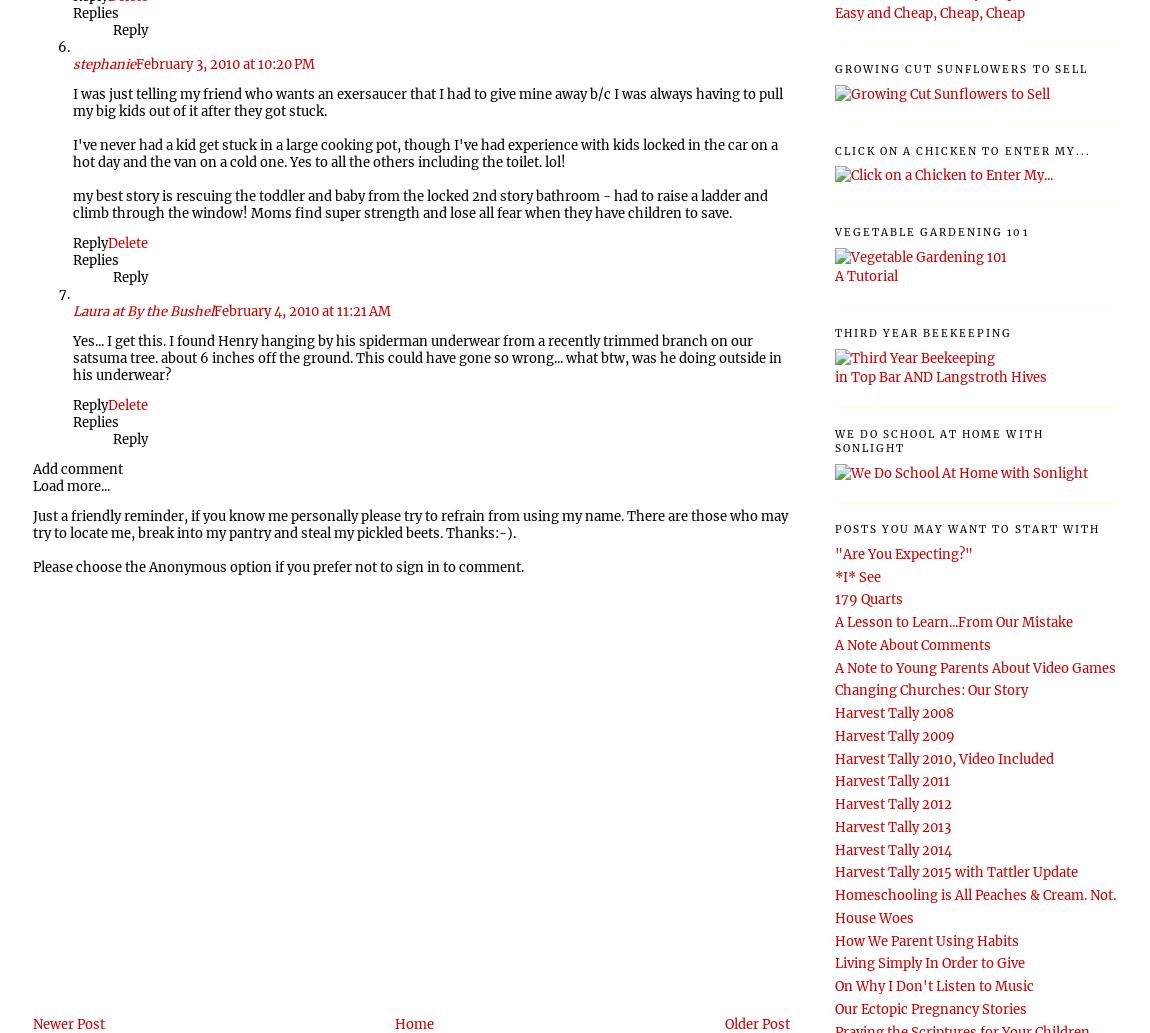  What do you see at coordinates (102, 64) in the screenshot?
I see `'stephanie'` at bounding box center [102, 64].